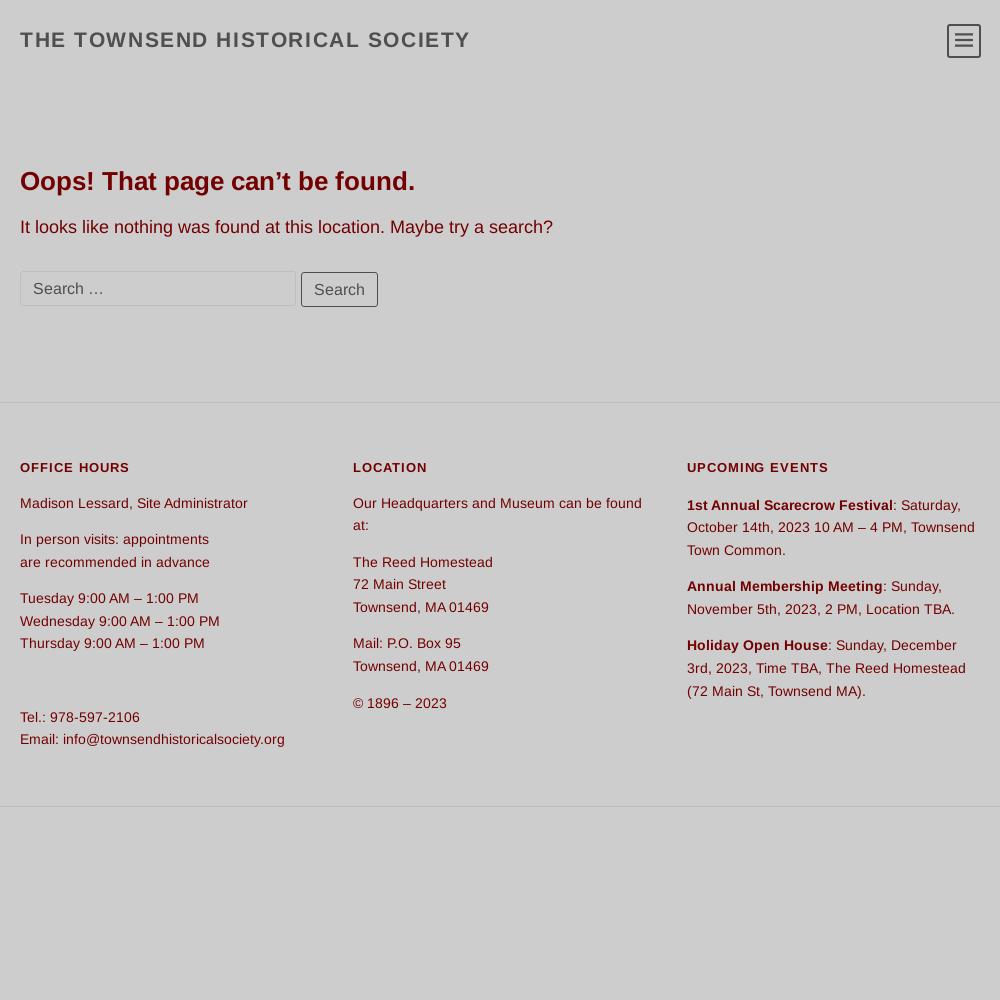  What do you see at coordinates (686, 596) in the screenshot?
I see `': Sunday, November 5th, 2023, 2 PM, Location TBA.'` at bounding box center [686, 596].